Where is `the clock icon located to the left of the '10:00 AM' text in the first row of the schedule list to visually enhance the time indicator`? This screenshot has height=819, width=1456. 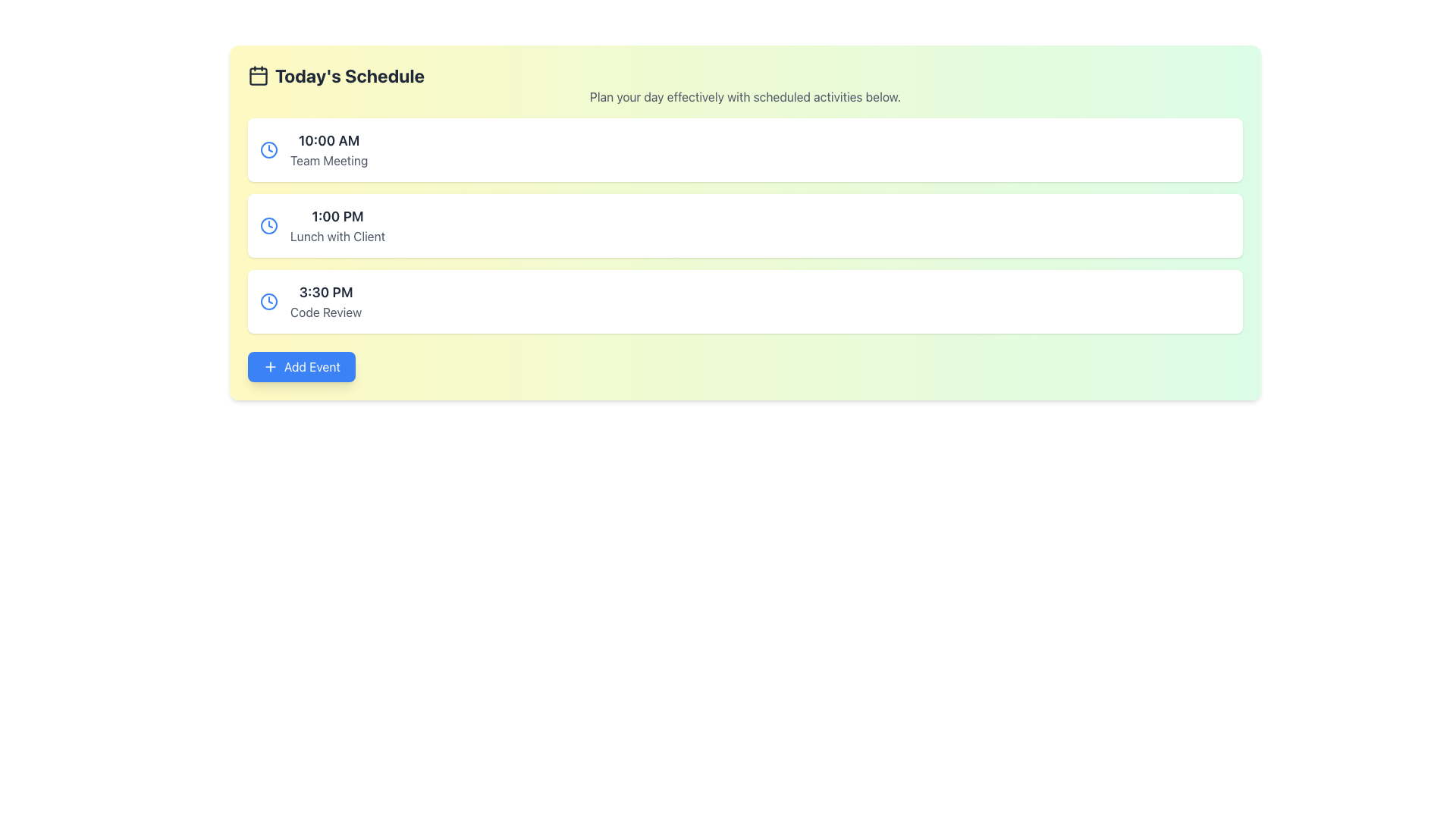 the clock icon located to the left of the '10:00 AM' text in the first row of the schedule list to visually enhance the time indicator is located at coordinates (269, 149).